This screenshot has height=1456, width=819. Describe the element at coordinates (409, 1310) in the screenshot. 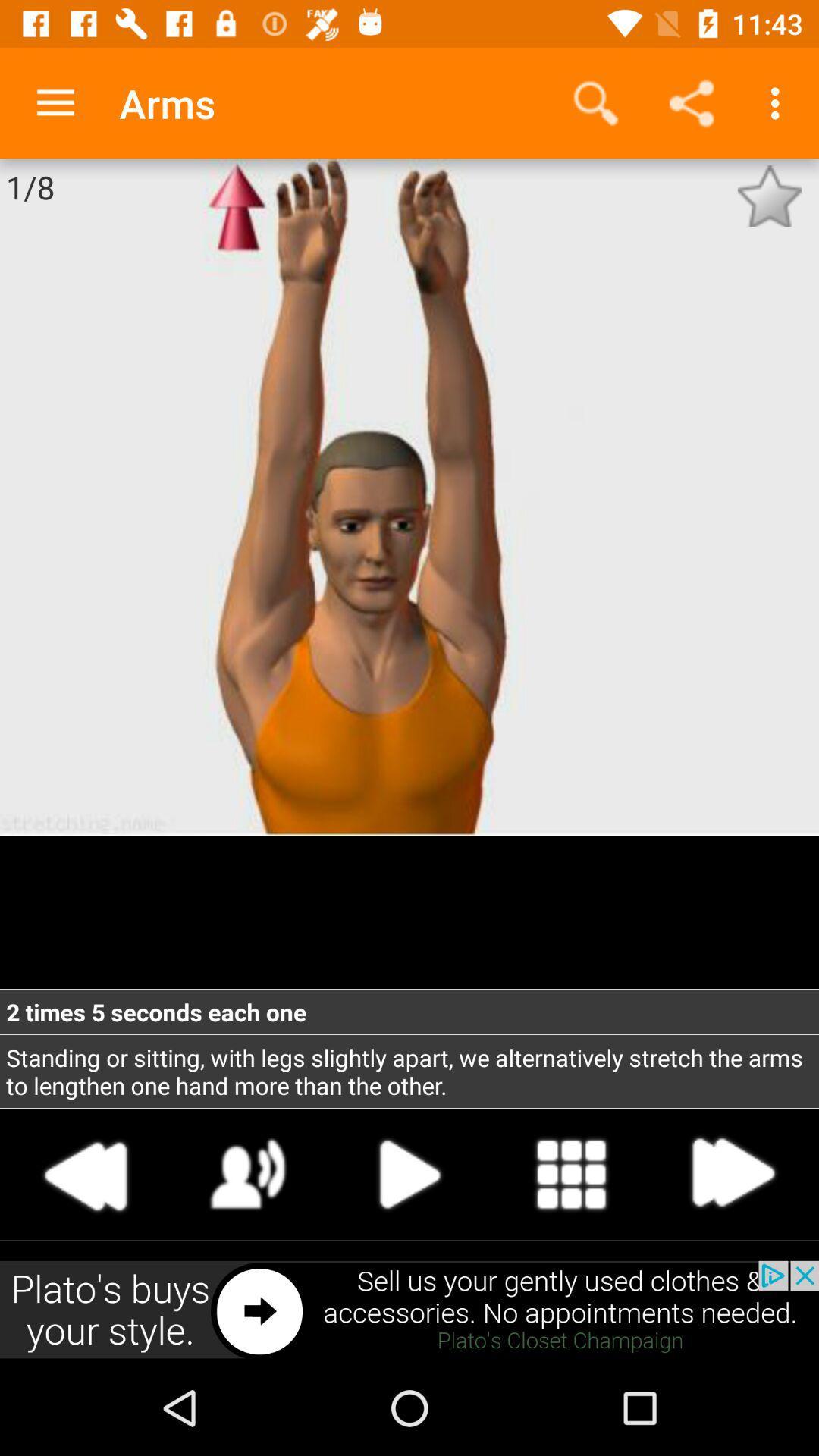

I see `advertisement` at that location.